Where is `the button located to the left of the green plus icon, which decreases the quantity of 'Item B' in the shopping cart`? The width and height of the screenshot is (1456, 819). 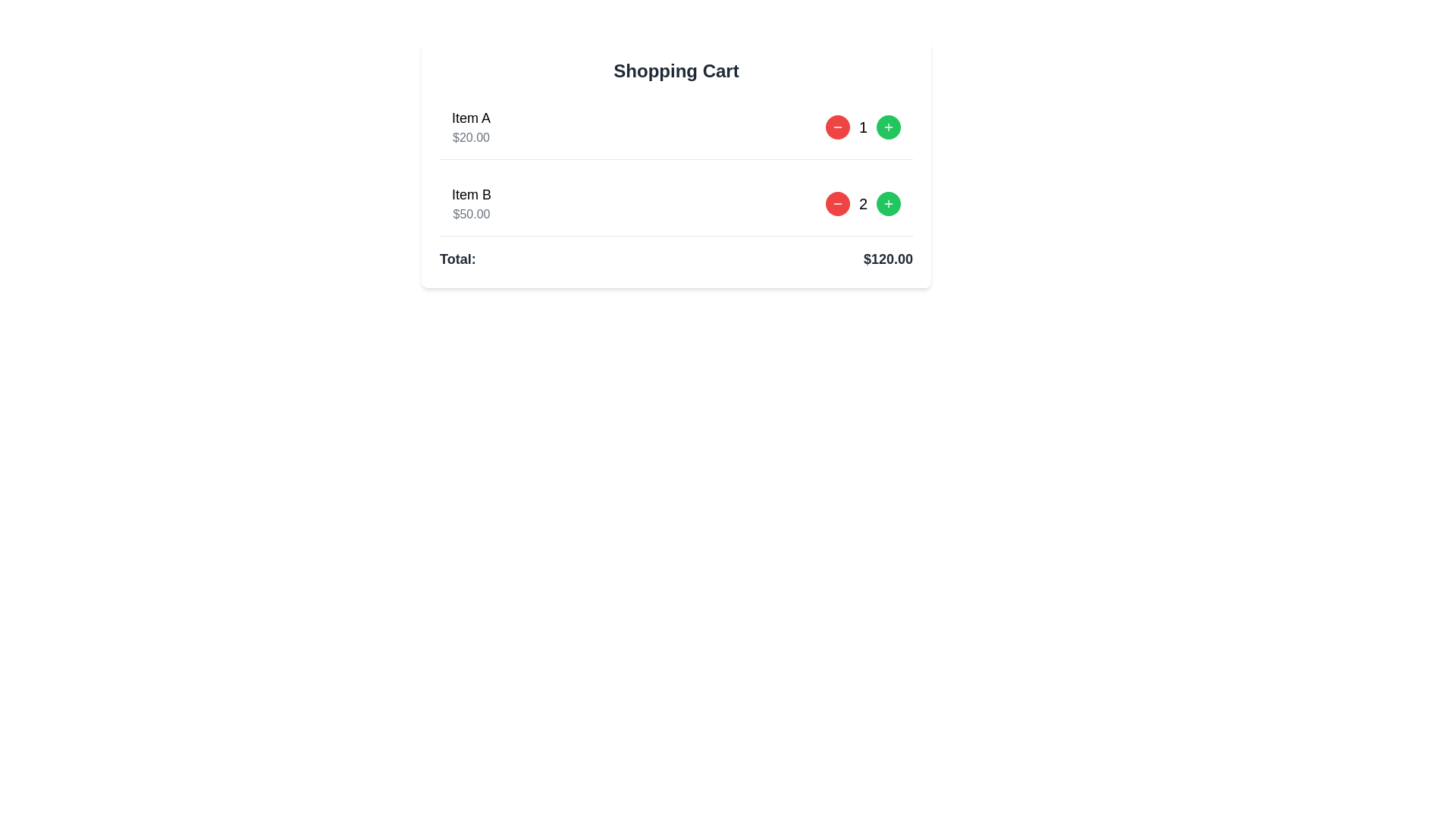 the button located to the left of the green plus icon, which decreases the quantity of 'Item B' in the shopping cart is located at coordinates (836, 203).